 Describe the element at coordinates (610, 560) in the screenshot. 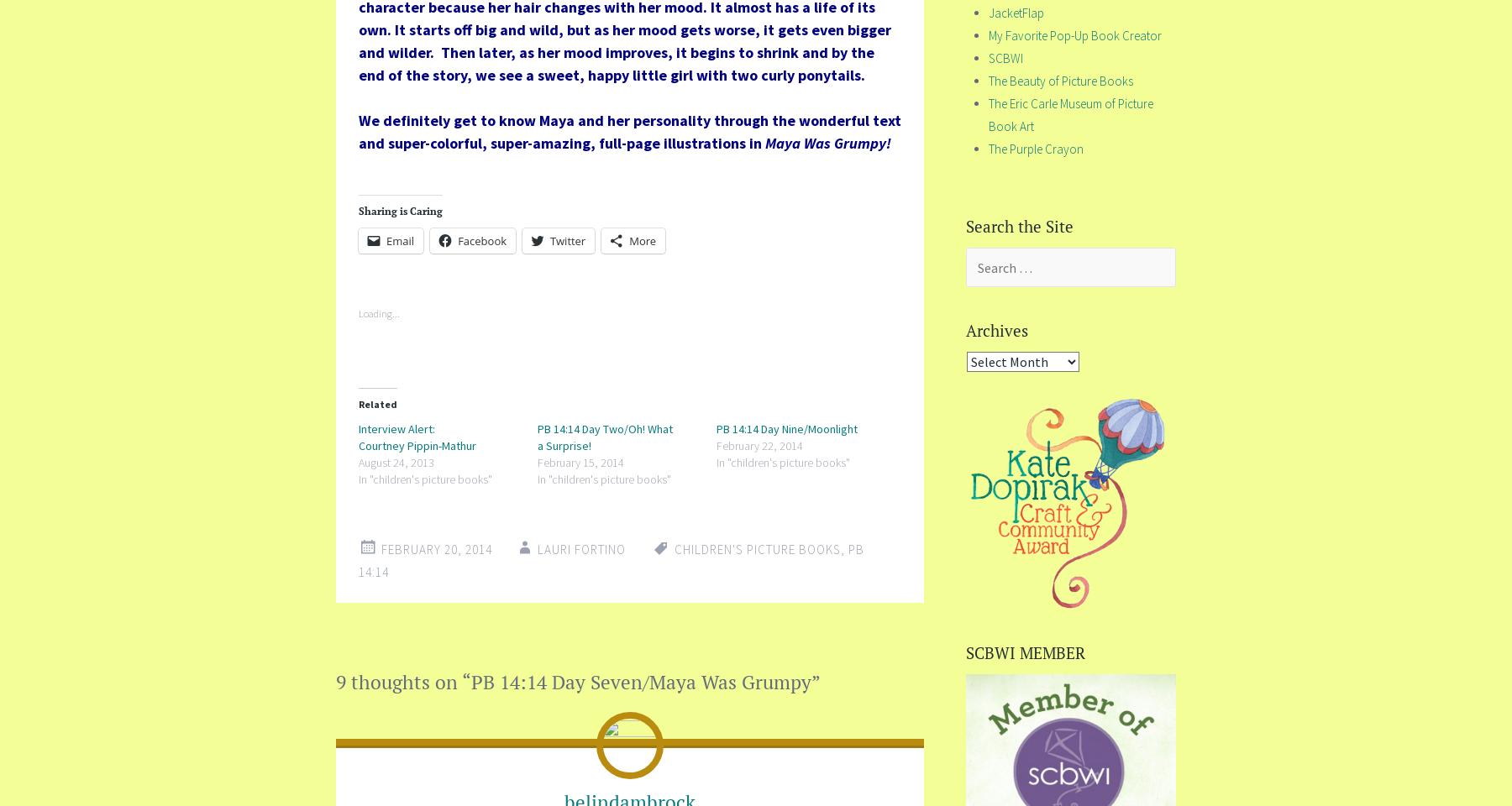

I see `'PB 14:14'` at that location.